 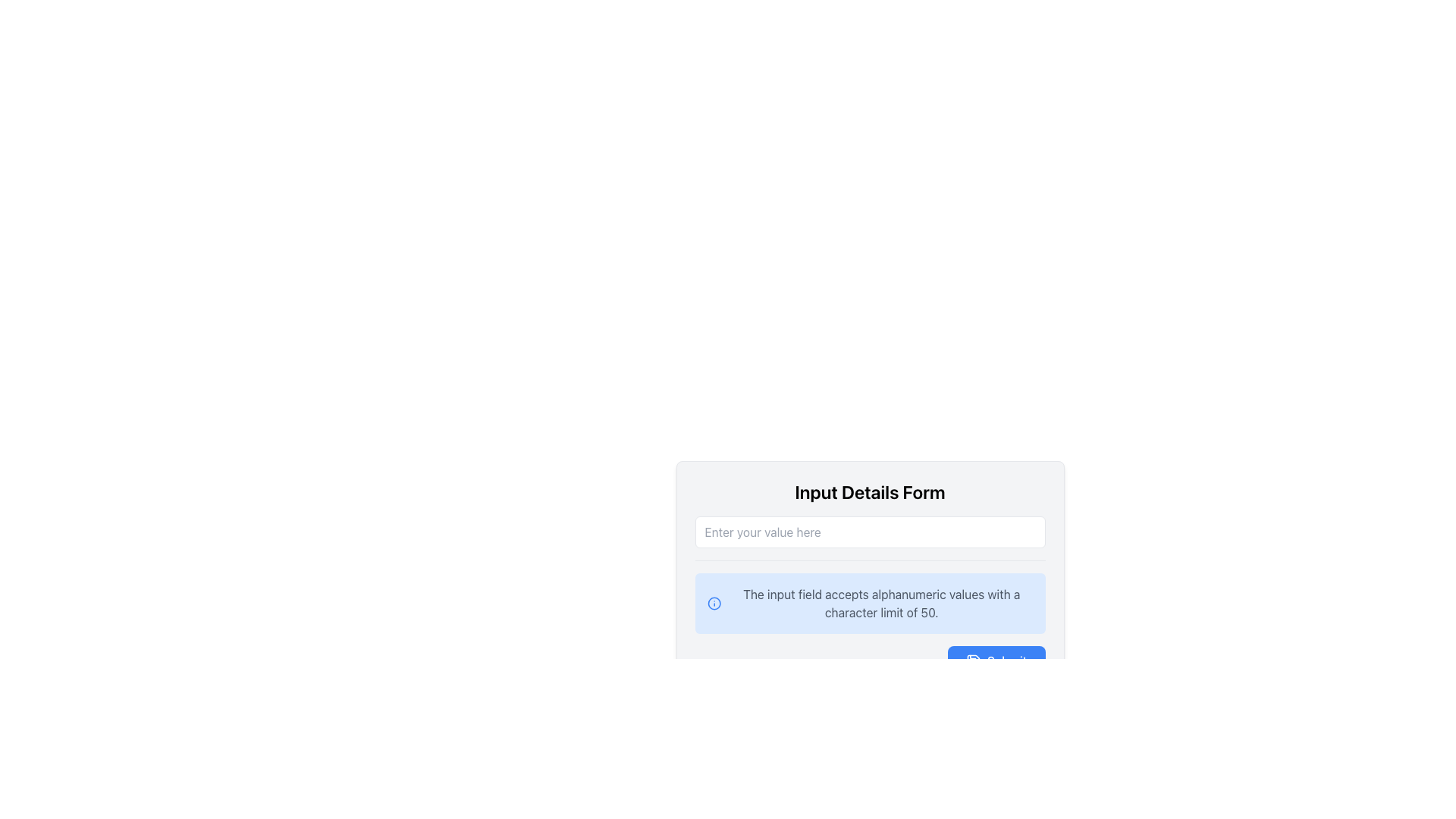 I want to click on the informational banner or tooltip located below the input field, slightly centered horizontally within the form layout, so click(x=870, y=625).